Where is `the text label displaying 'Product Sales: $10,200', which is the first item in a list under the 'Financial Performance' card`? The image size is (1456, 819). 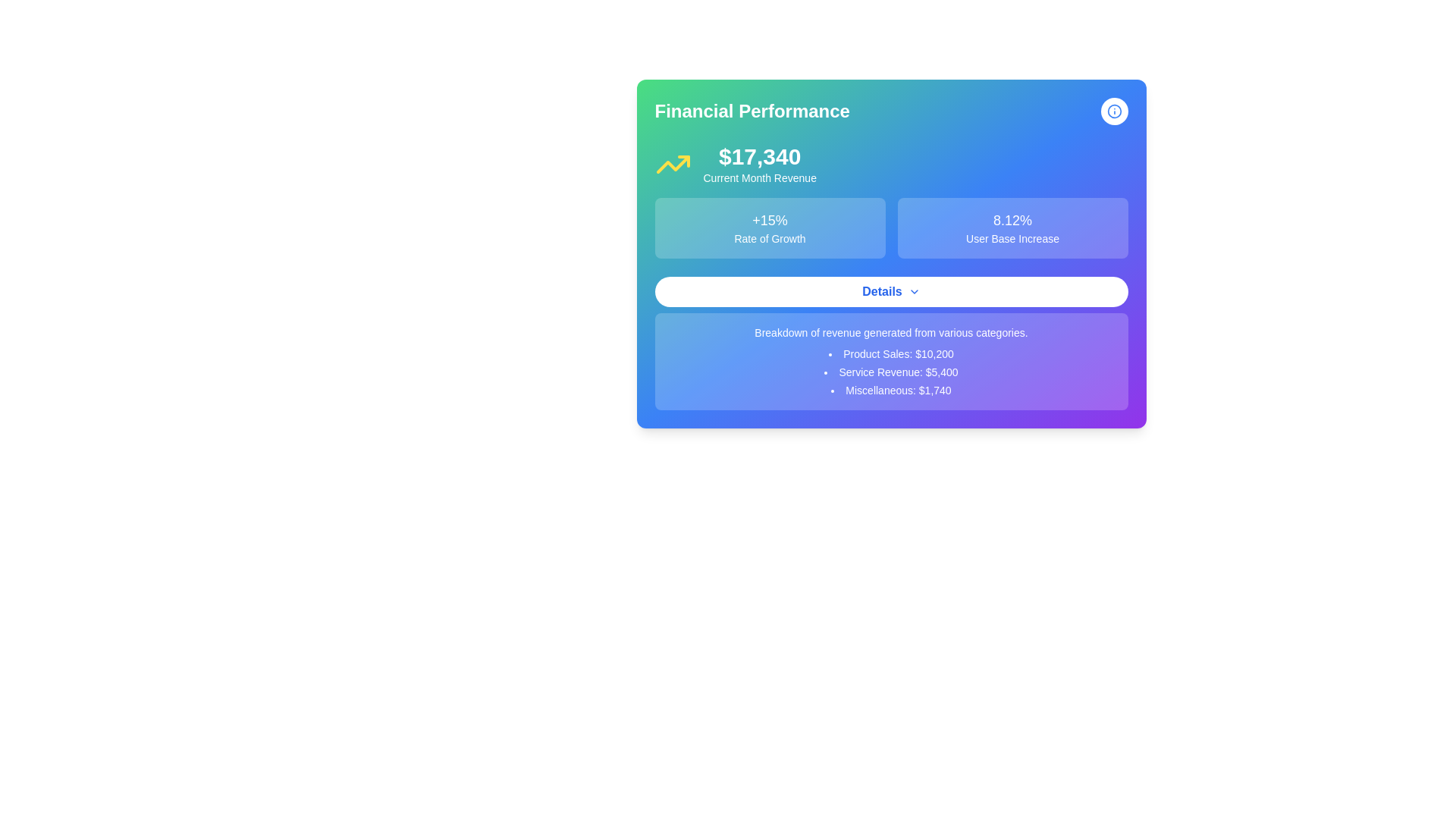 the text label displaying 'Product Sales: $10,200', which is the first item in a list under the 'Financial Performance' card is located at coordinates (891, 353).